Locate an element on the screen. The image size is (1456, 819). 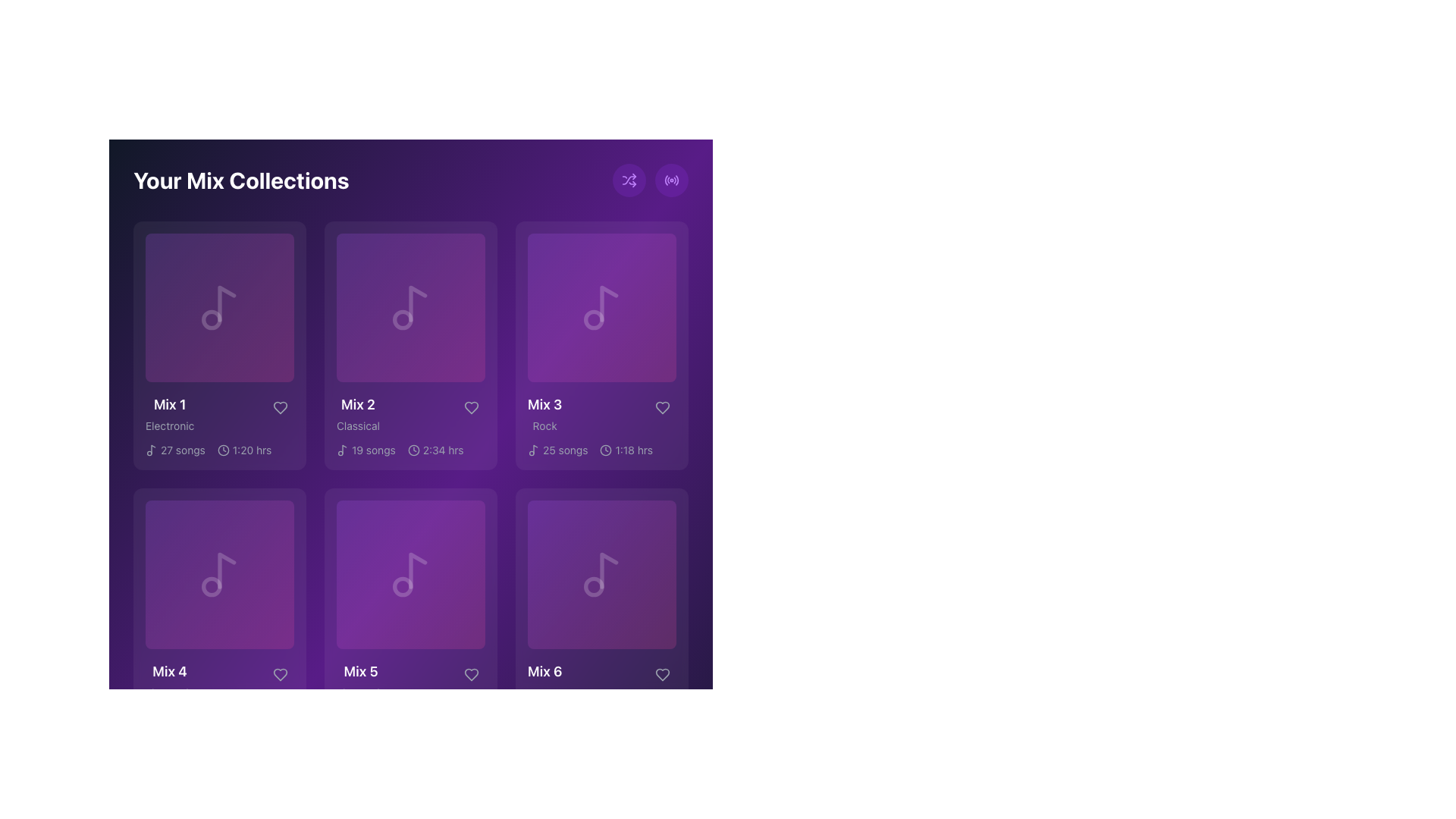
the text display showing the duration '1:18 hrs', which is styled in a lightweight font and located adjacent to a clock icon in the duration section is located at coordinates (634, 450).